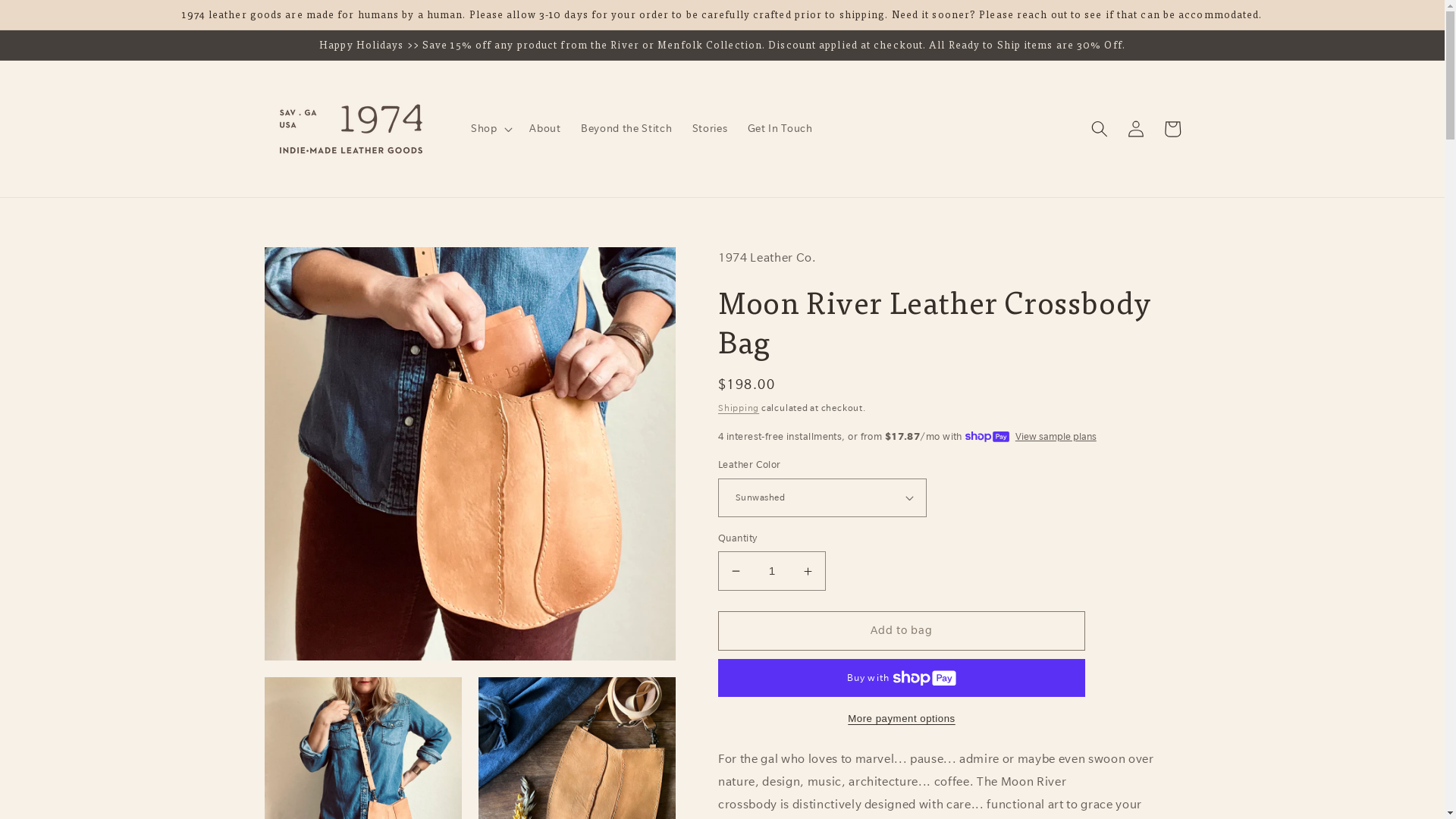 Image resolution: width=1456 pixels, height=819 pixels. I want to click on 'About', so click(545, 127).